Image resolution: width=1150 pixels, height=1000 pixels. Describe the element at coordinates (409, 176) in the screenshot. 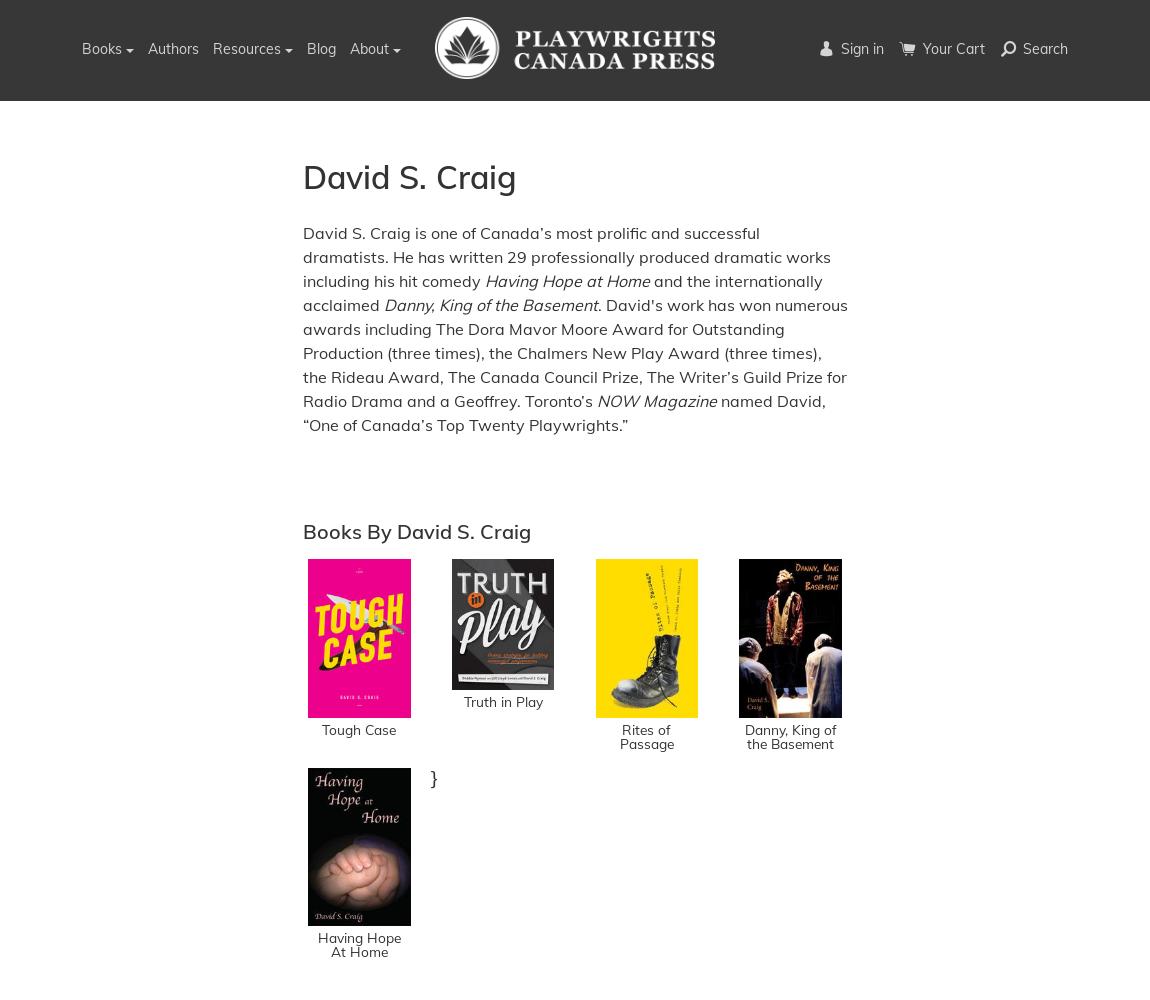

I see `'David S. Craig'` at that location.